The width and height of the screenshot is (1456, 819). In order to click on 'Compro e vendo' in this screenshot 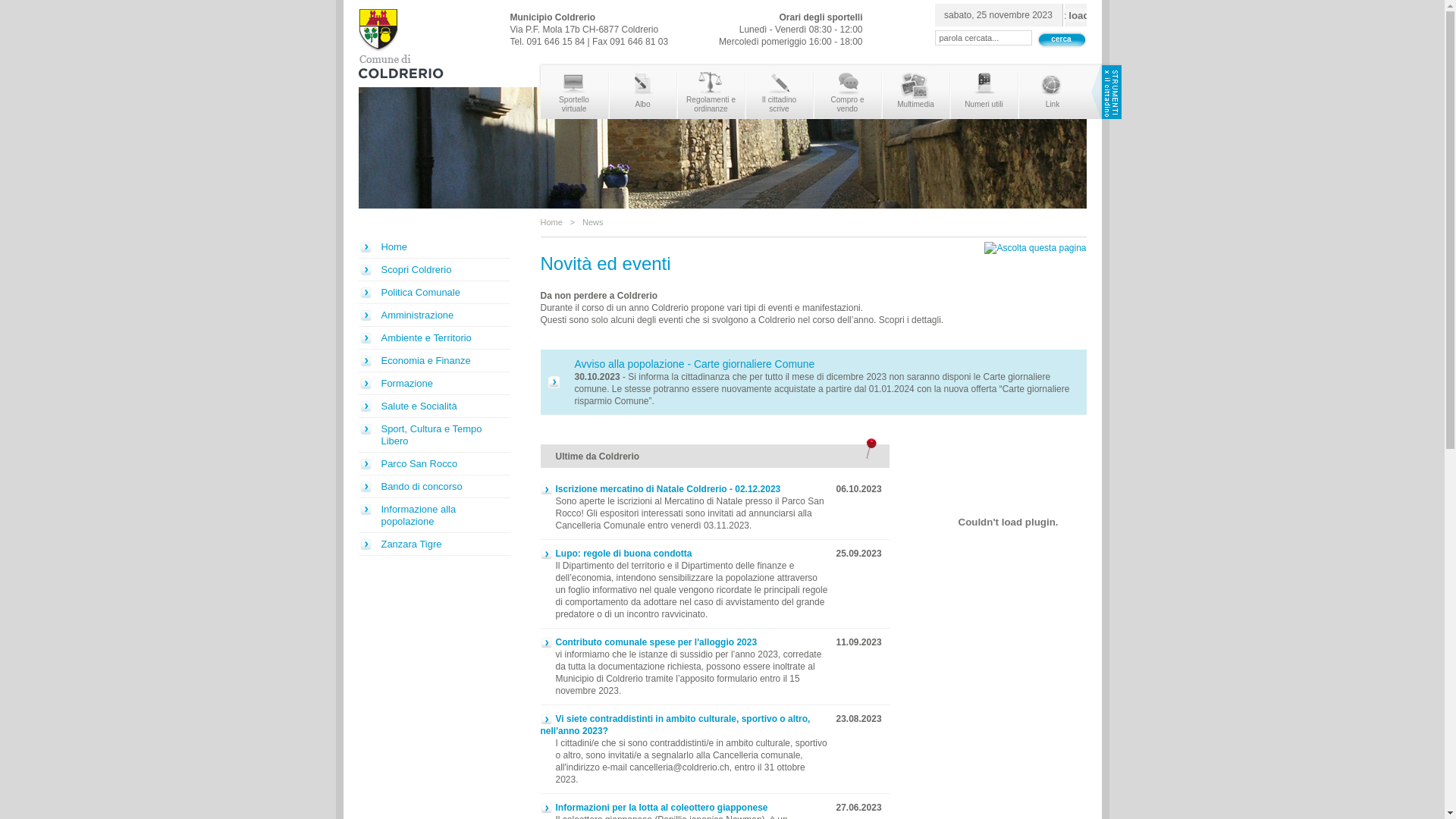, I will do `click(847, 92)`.